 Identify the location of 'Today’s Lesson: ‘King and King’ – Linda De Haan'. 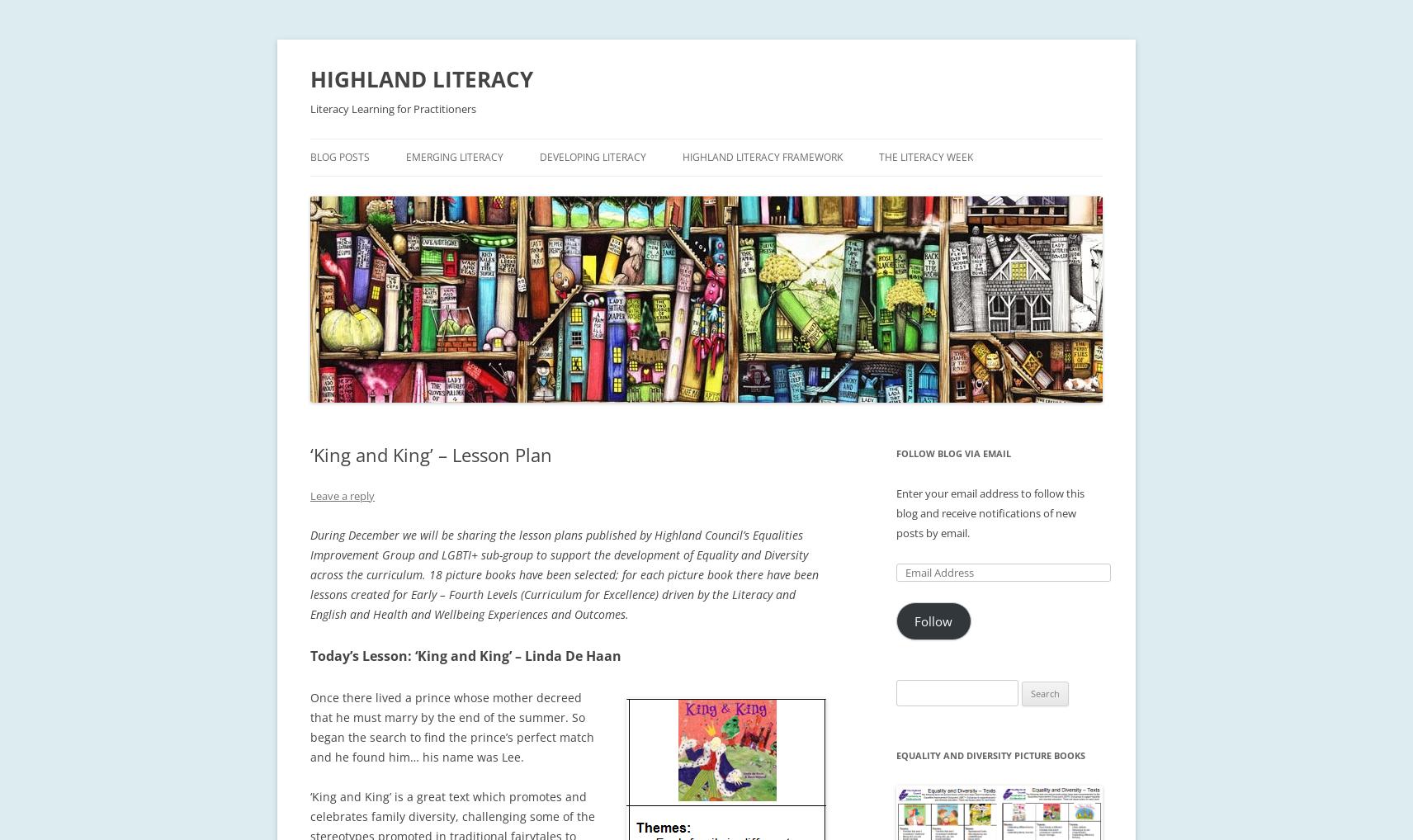
(465, 655).